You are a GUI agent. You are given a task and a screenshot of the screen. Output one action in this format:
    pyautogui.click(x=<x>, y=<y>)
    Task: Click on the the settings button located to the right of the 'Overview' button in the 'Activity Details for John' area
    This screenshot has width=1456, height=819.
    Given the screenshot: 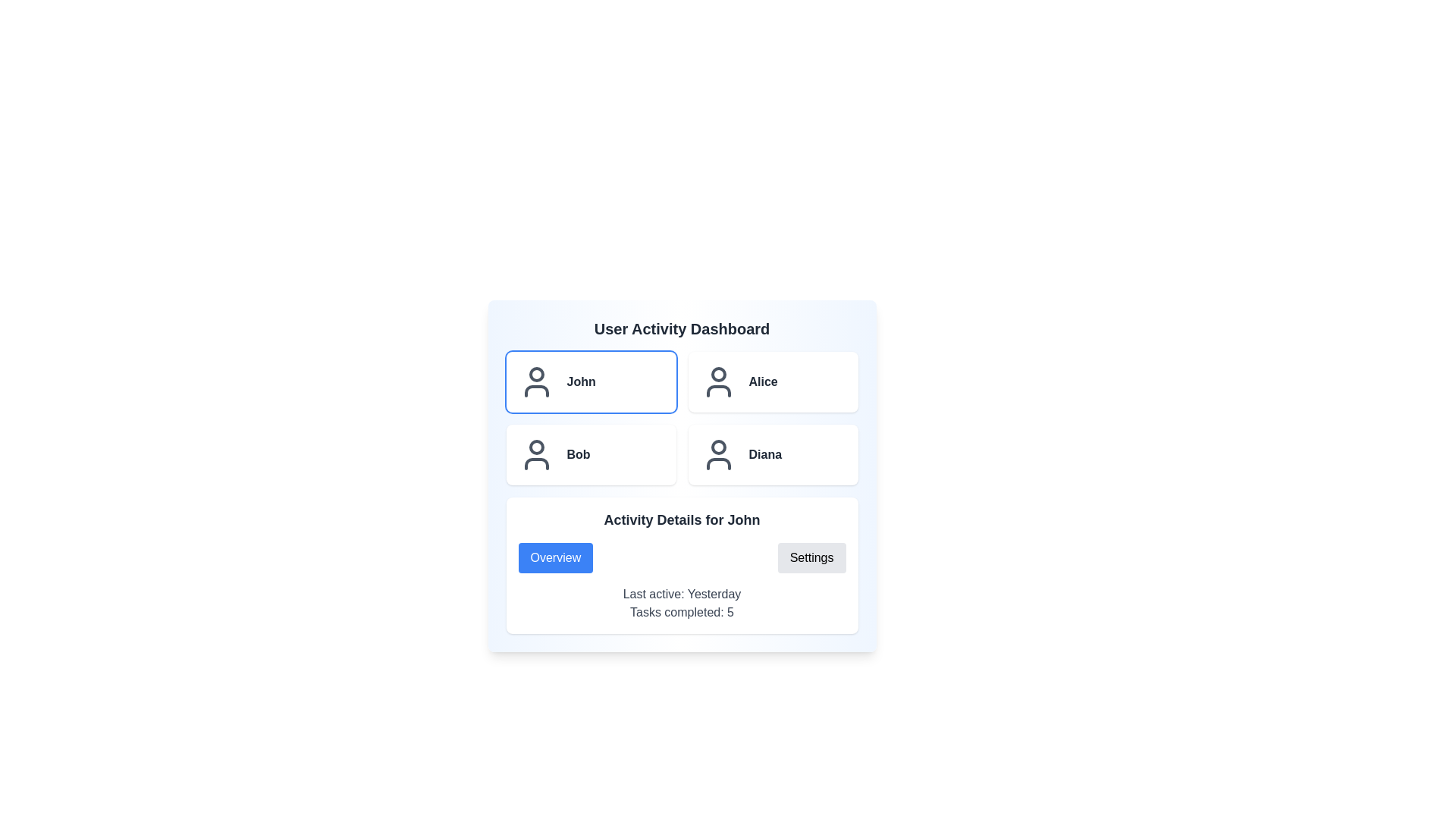 What is the action you would take?
    pyautogui.click(x=811, y=558)
    